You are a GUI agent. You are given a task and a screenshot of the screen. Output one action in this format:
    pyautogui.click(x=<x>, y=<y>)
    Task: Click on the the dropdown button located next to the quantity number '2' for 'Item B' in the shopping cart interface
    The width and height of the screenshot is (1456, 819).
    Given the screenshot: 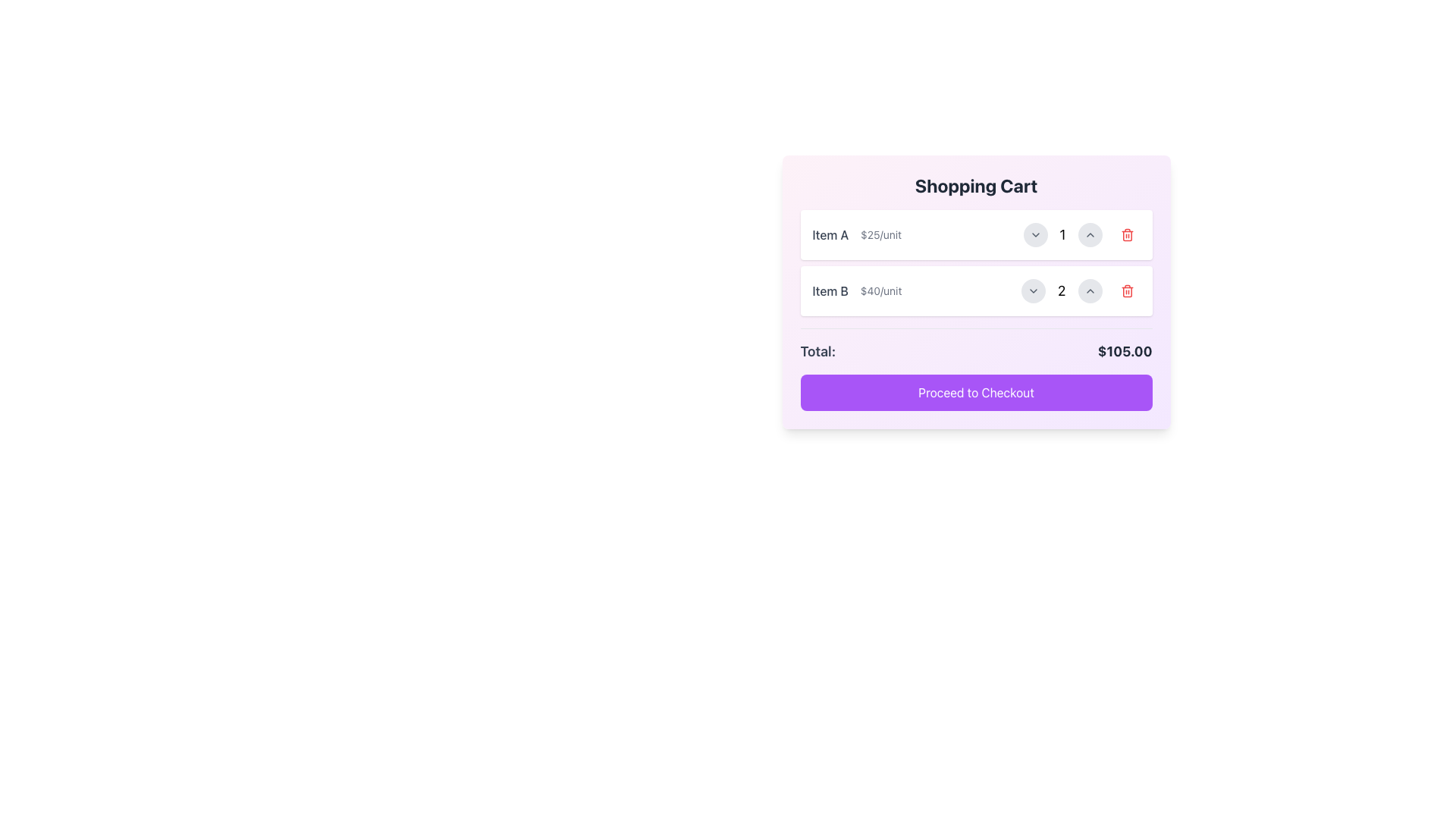 What is the action you would take?
    pyautogui.click(x=1033, y=291)
    